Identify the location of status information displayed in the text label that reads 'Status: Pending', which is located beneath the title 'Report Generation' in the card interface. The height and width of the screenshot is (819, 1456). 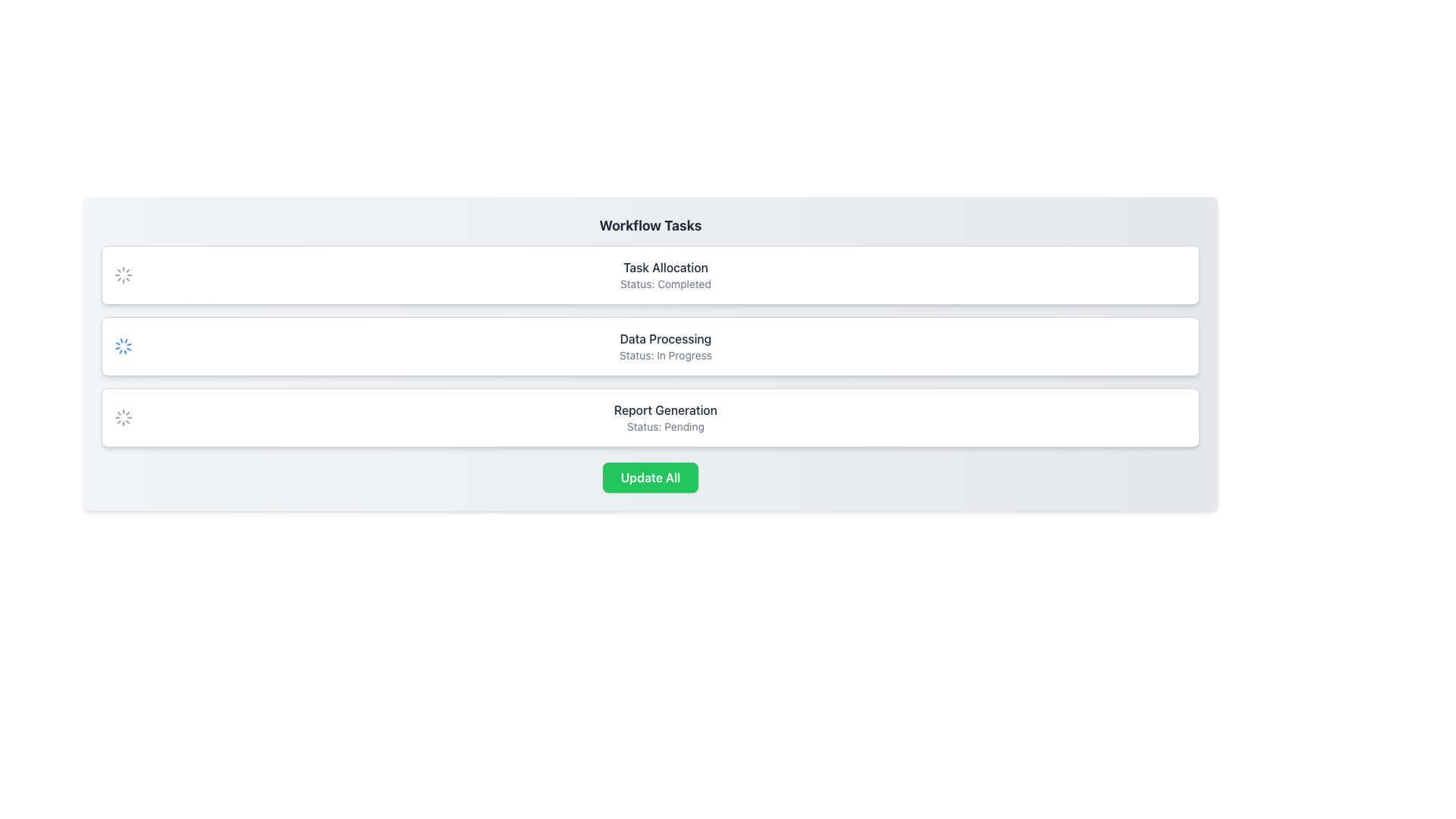
(666, 427).